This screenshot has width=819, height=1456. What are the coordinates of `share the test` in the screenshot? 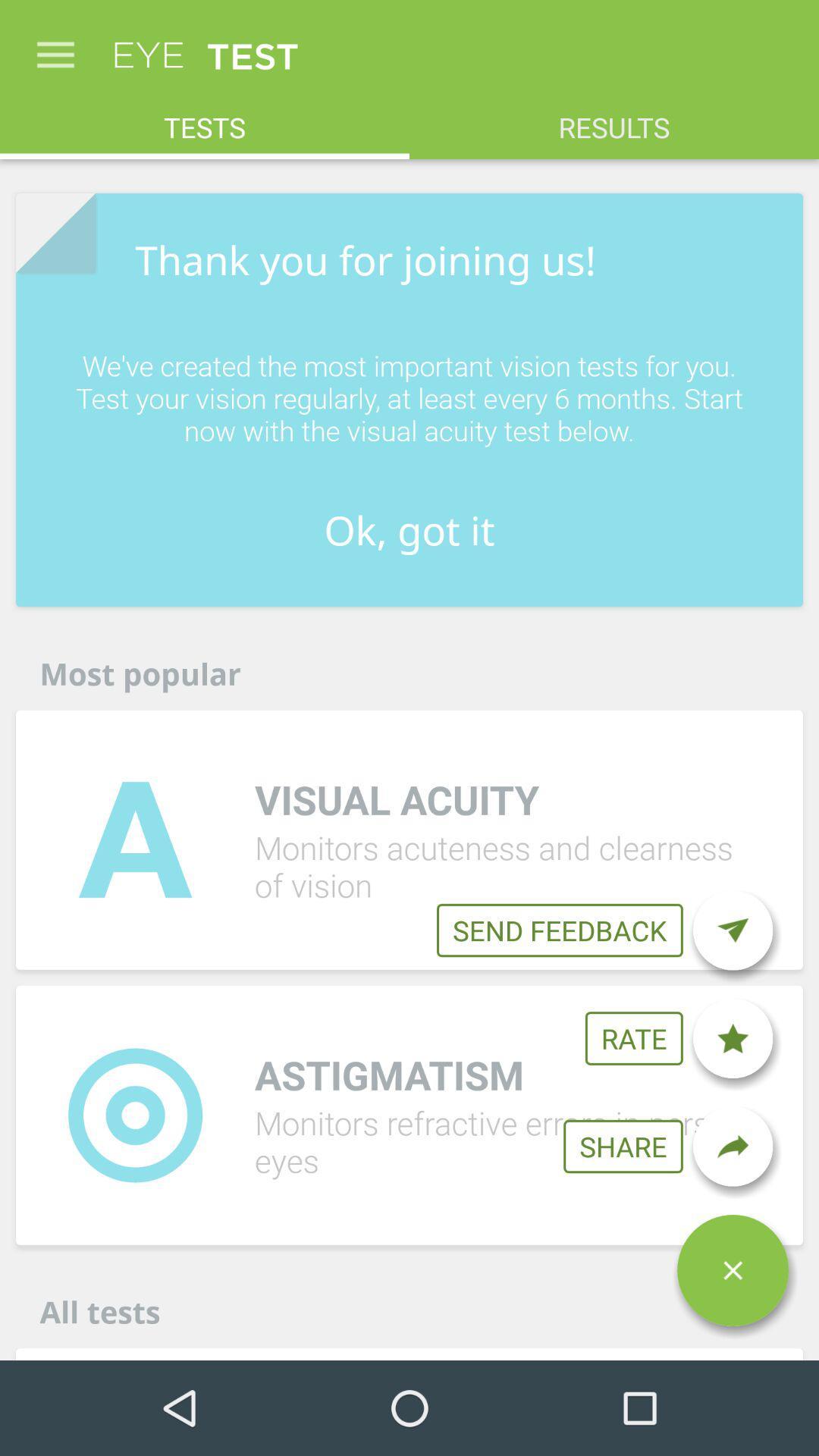 It's located at (732, 1147).